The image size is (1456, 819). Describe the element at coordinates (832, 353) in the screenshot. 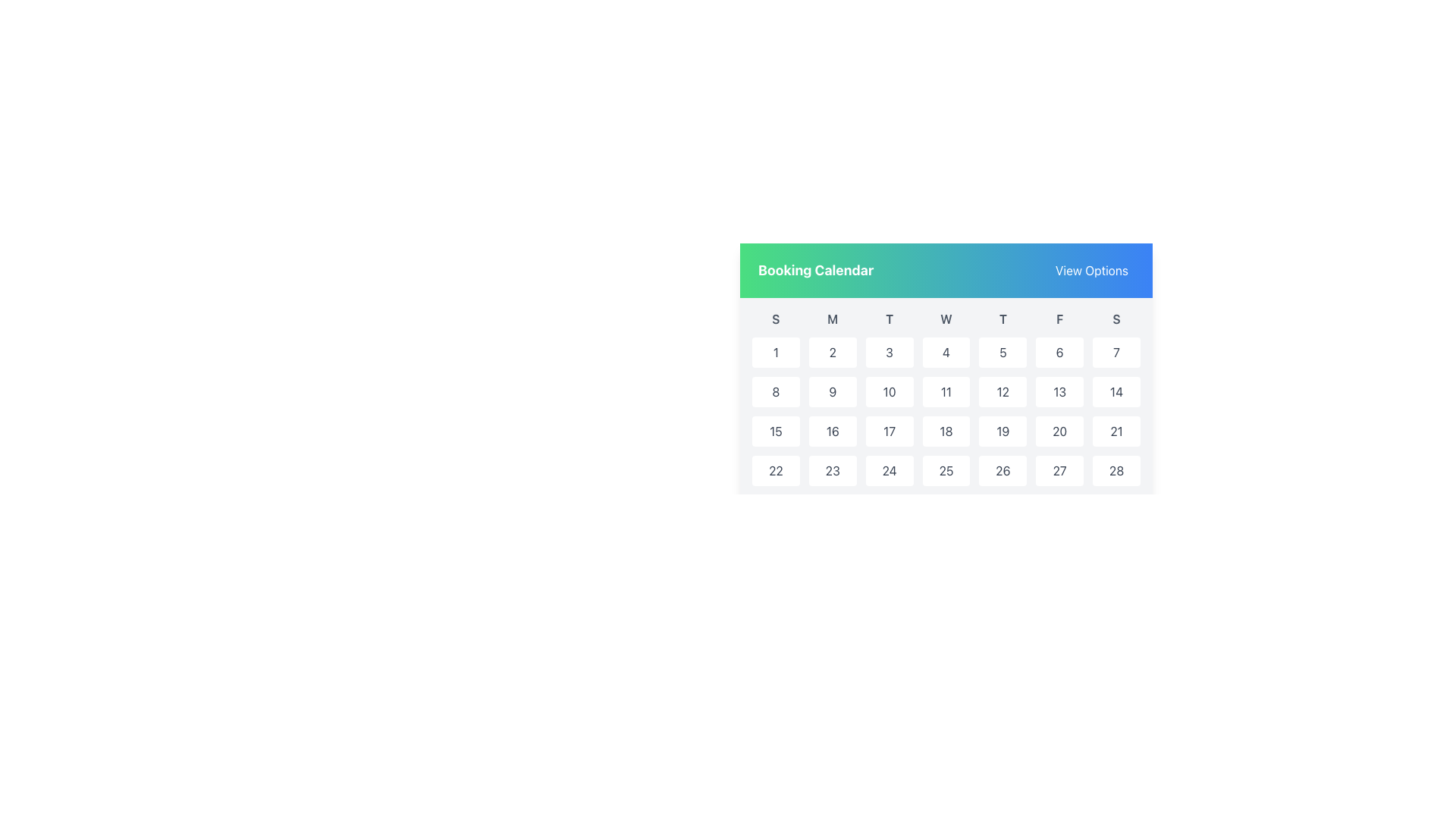

I see `the text label indicating the 2nd day of the month in the calendar view, located in the second column (Monday) of the first row` at that location.